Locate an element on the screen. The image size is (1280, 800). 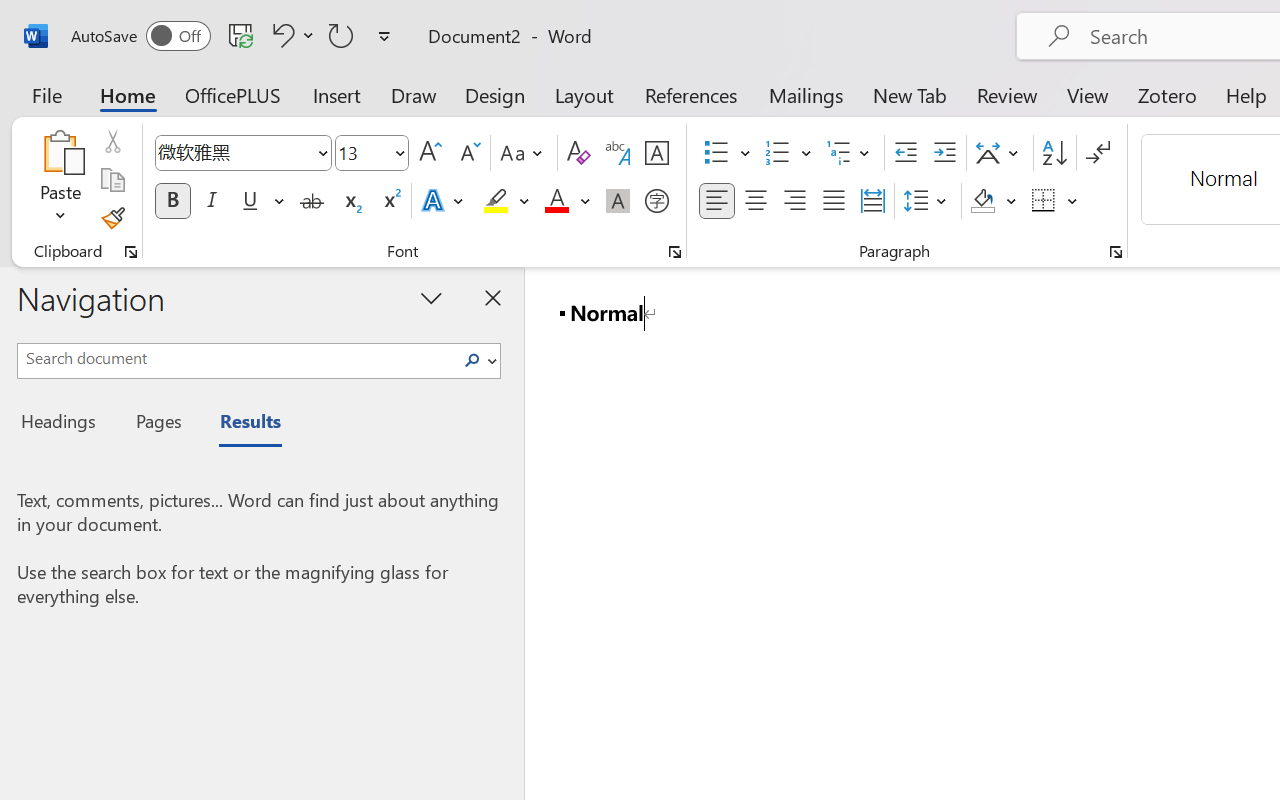
'Save' is located at coordinates (240, 34).